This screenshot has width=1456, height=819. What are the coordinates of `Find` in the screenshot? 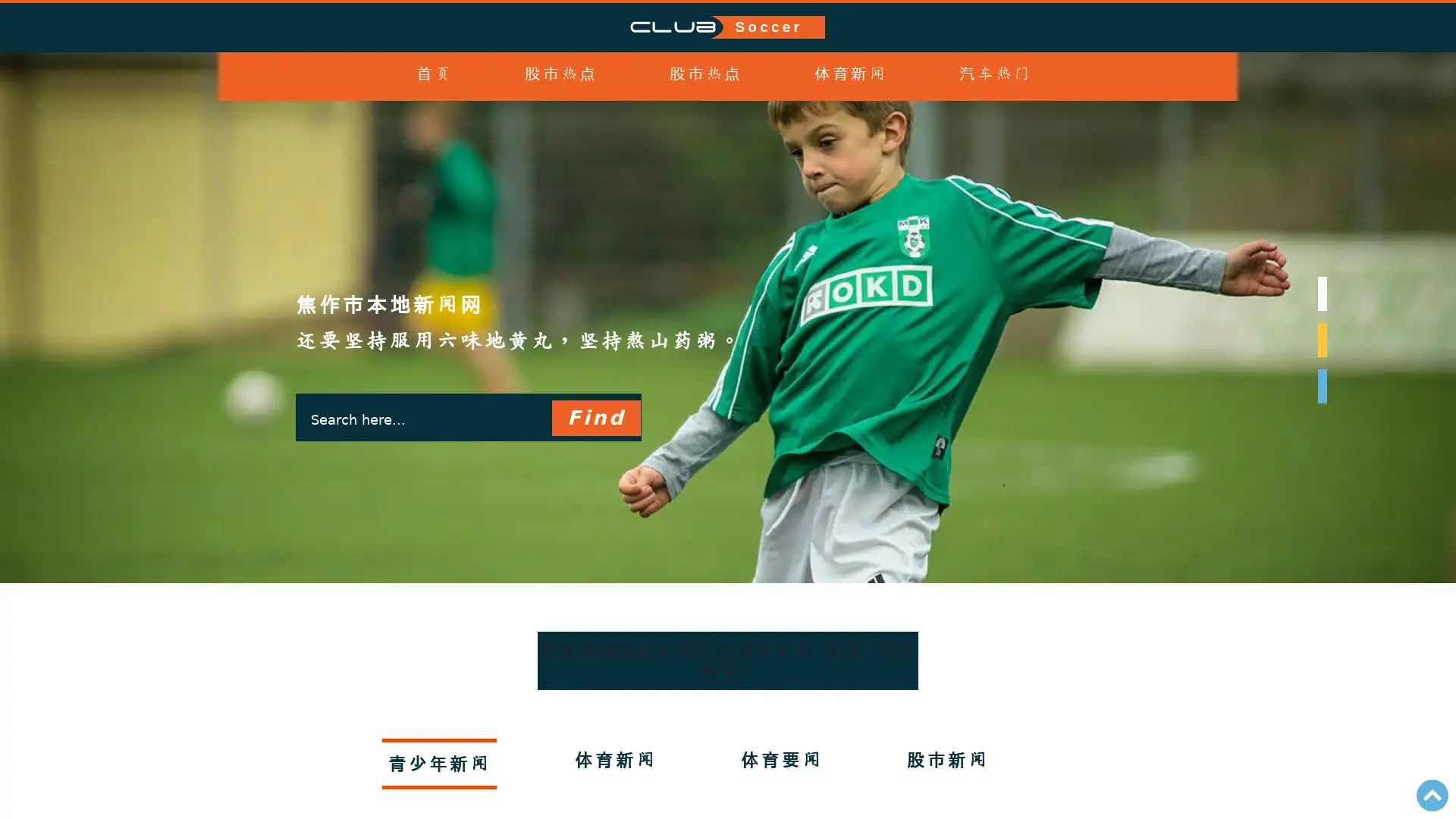 It's located at (595, 418).